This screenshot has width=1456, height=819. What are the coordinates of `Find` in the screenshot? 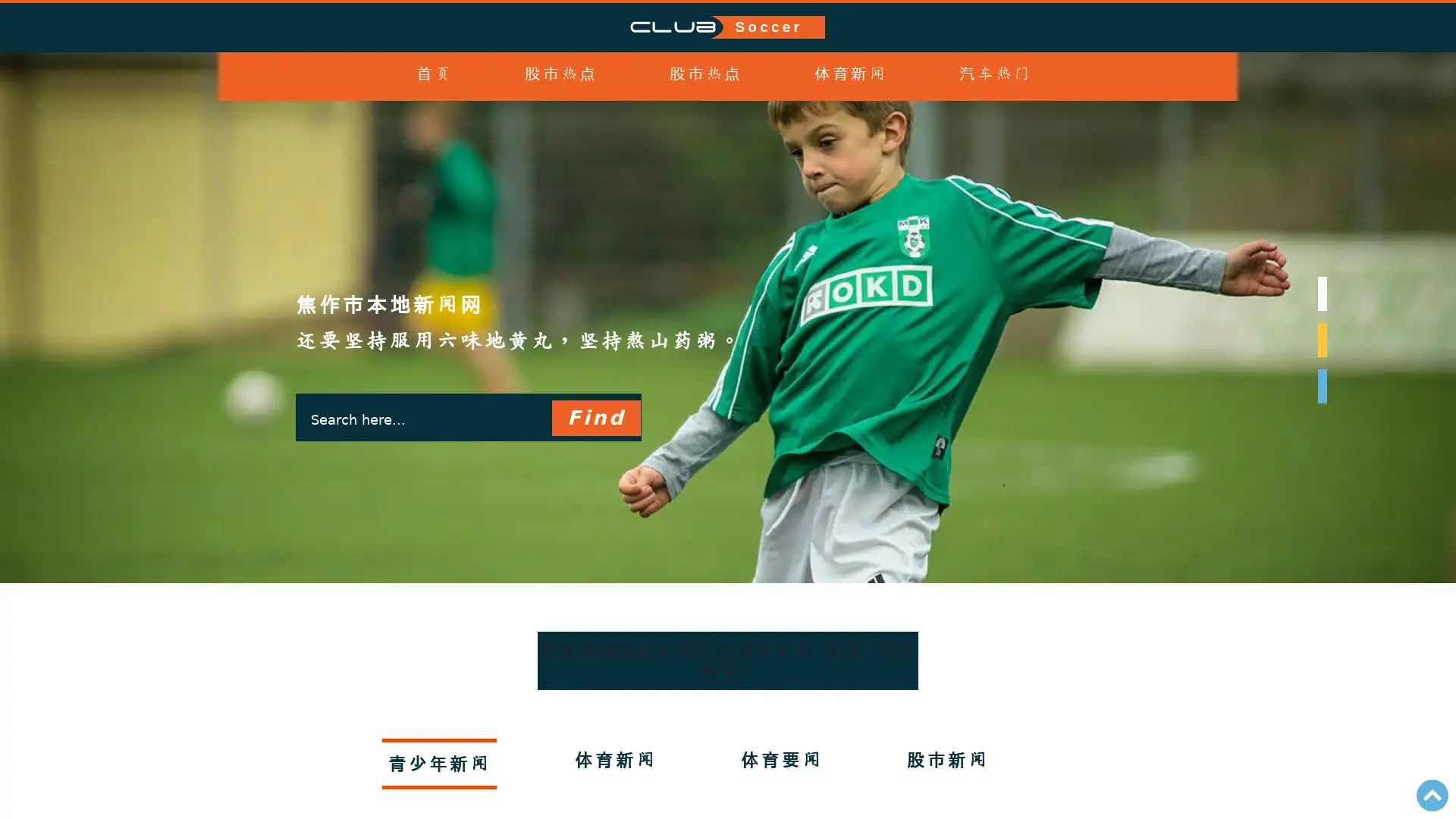 It's located at (595, 418).